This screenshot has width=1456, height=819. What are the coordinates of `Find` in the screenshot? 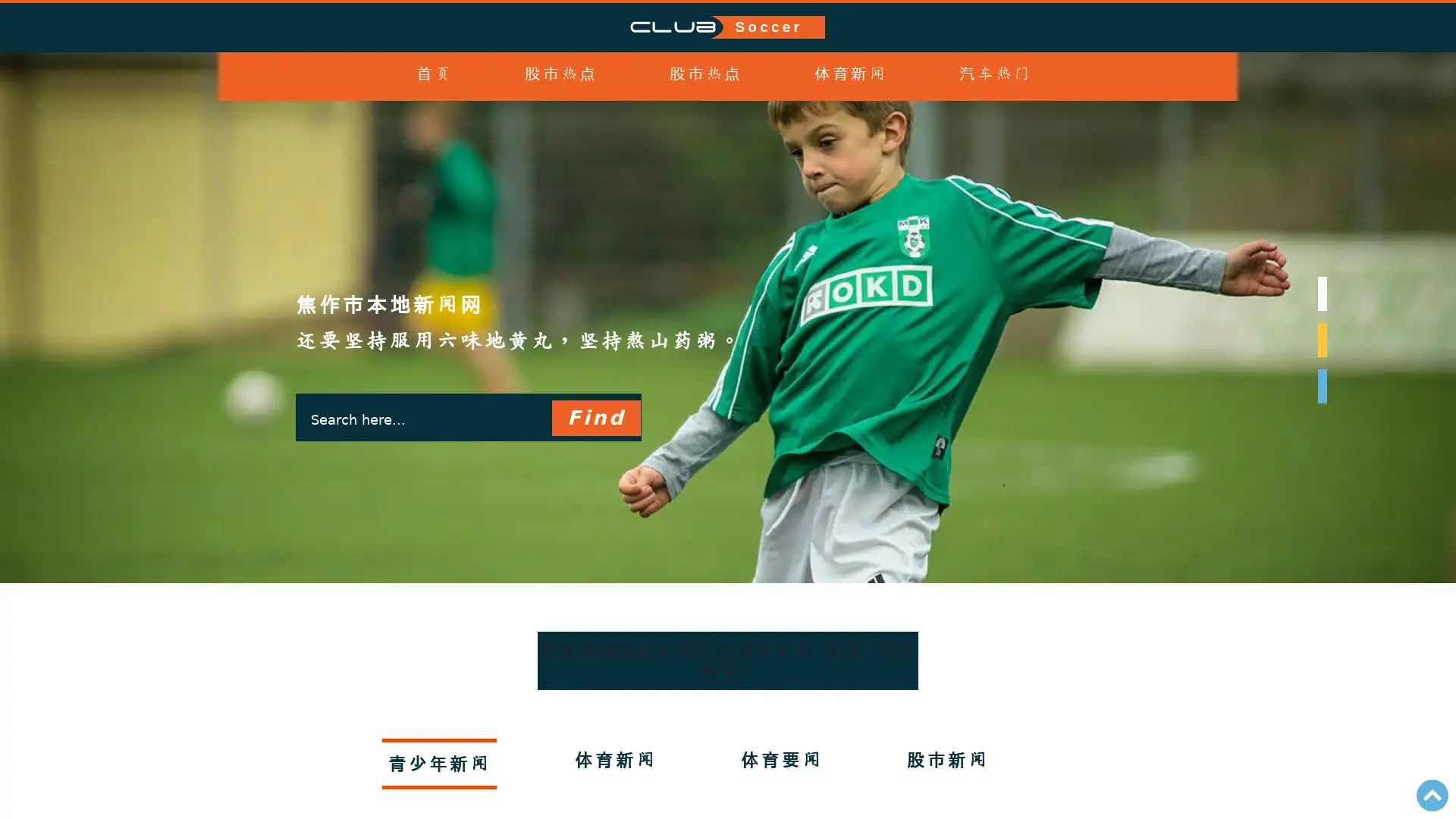 It's located at (595, 418).